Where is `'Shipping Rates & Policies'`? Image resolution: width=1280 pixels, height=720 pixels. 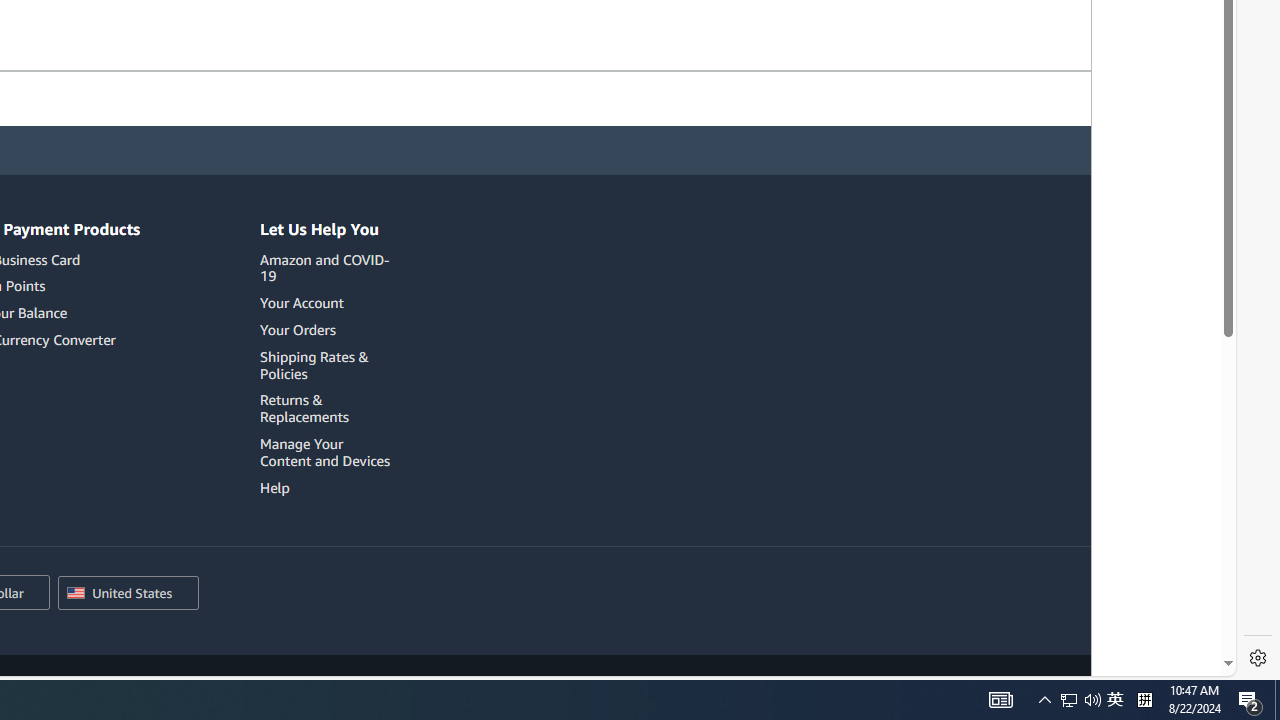 'Shipping Rates & Policies' is located at coordinates (313, 365).